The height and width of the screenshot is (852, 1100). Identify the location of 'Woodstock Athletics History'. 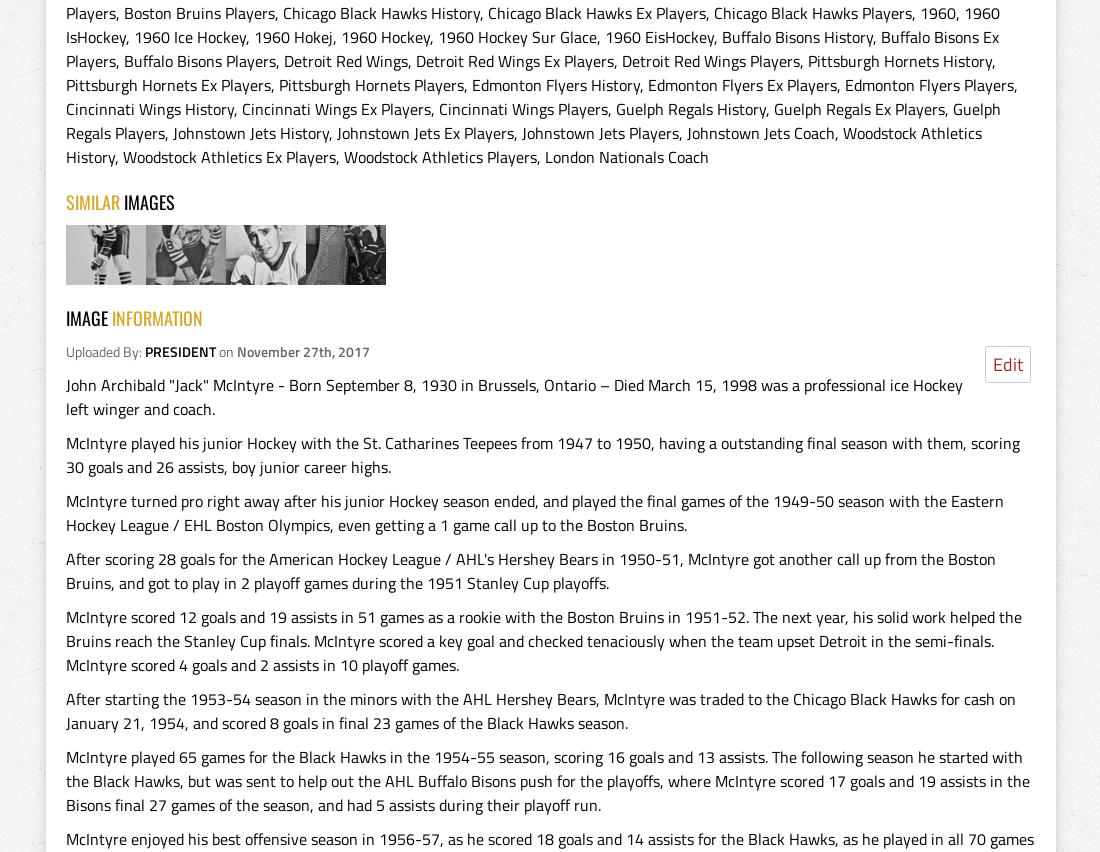
(524, 144).